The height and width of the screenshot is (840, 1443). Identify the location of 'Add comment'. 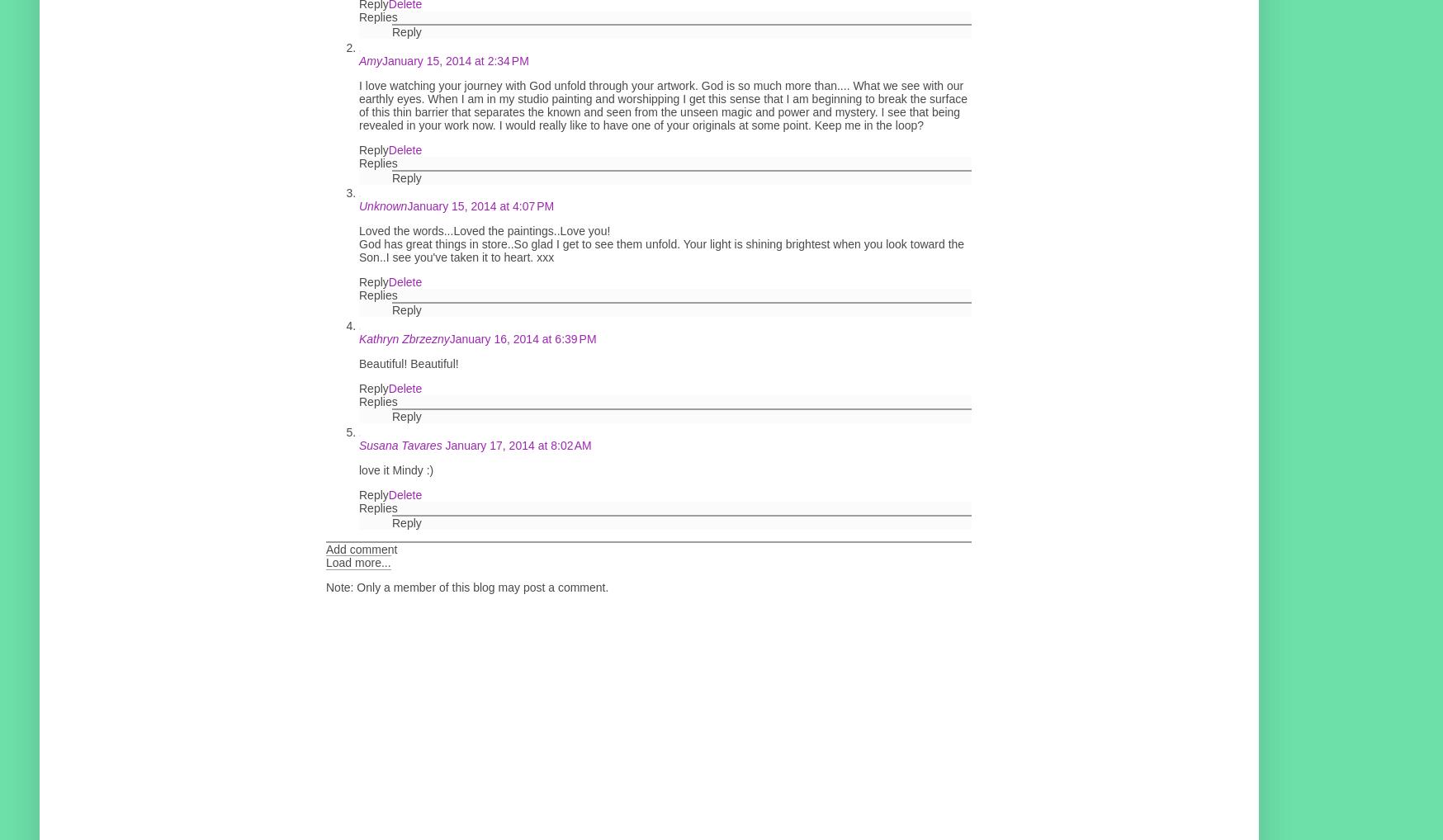
(361, 548).